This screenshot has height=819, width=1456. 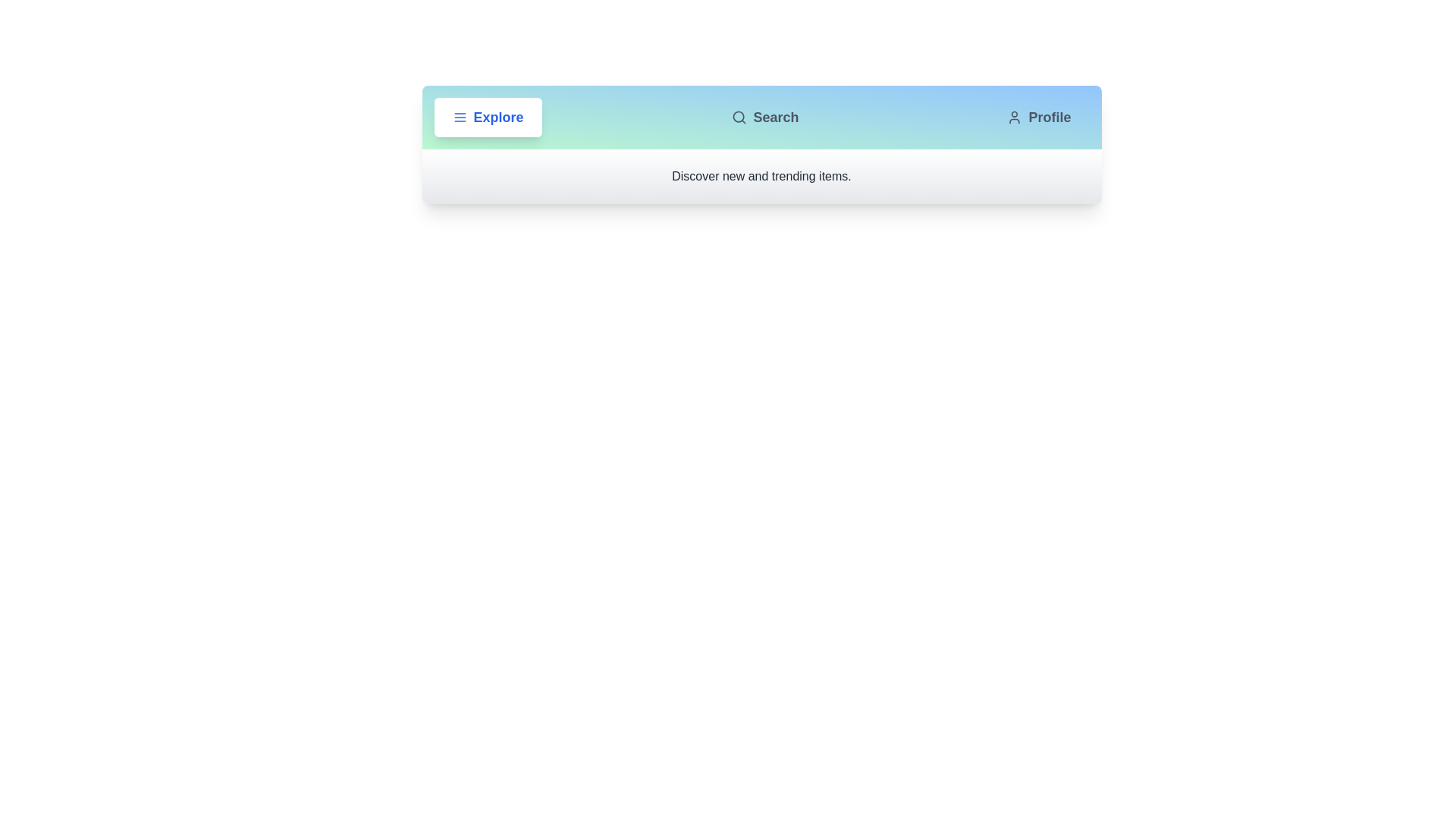 I want to click on the tab Profile by clicking on its button, so click(x=1038, y=116).